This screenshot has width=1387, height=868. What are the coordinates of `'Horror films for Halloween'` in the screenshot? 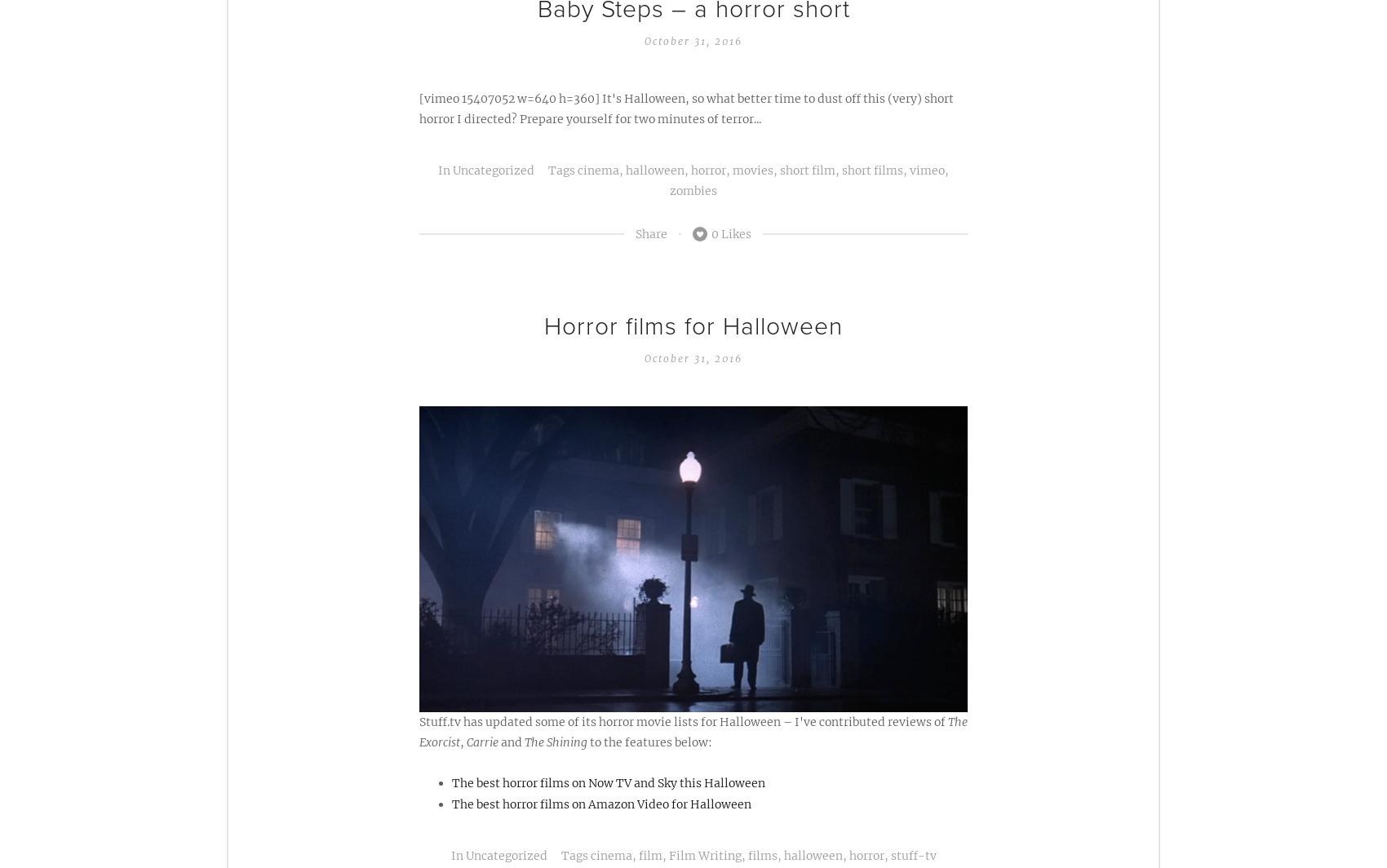 It's located at (693, 325).